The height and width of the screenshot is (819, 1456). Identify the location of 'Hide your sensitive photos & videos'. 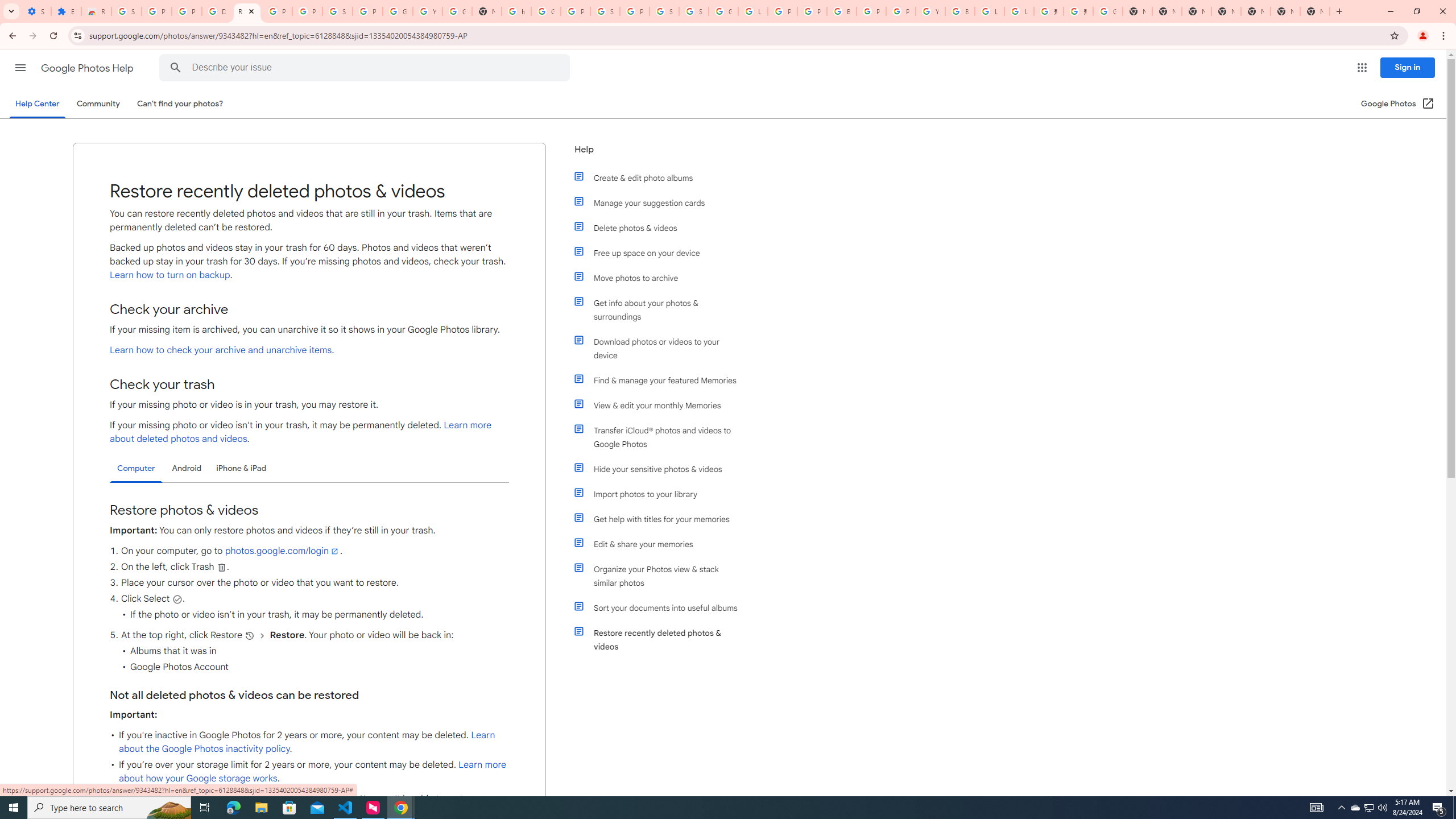
(661, 469).